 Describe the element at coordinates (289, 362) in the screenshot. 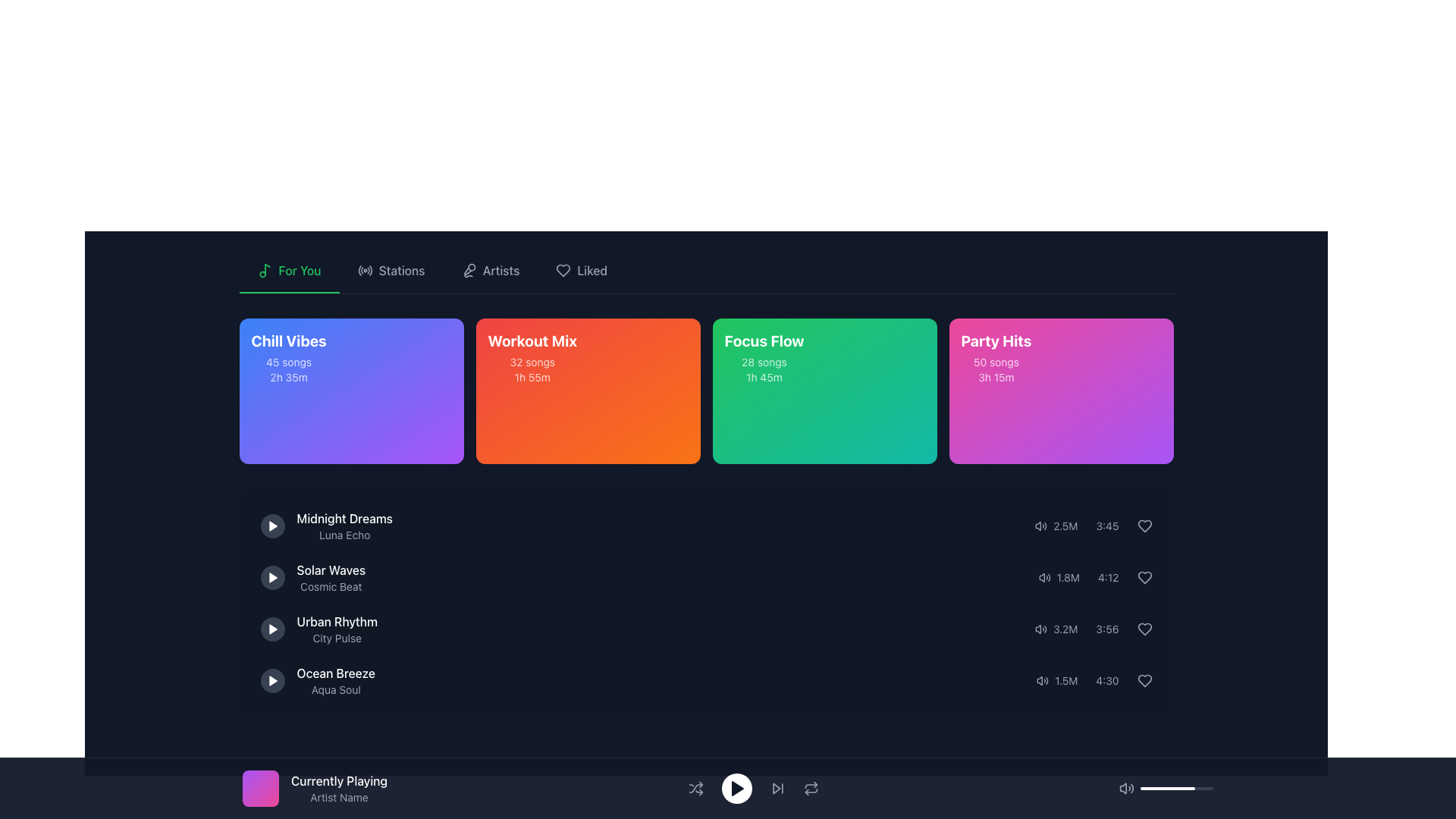

I see `the text label indicating the number of songs in the 'Chill Vibes' playlist located on the second line of text within the playlist card` at that location.